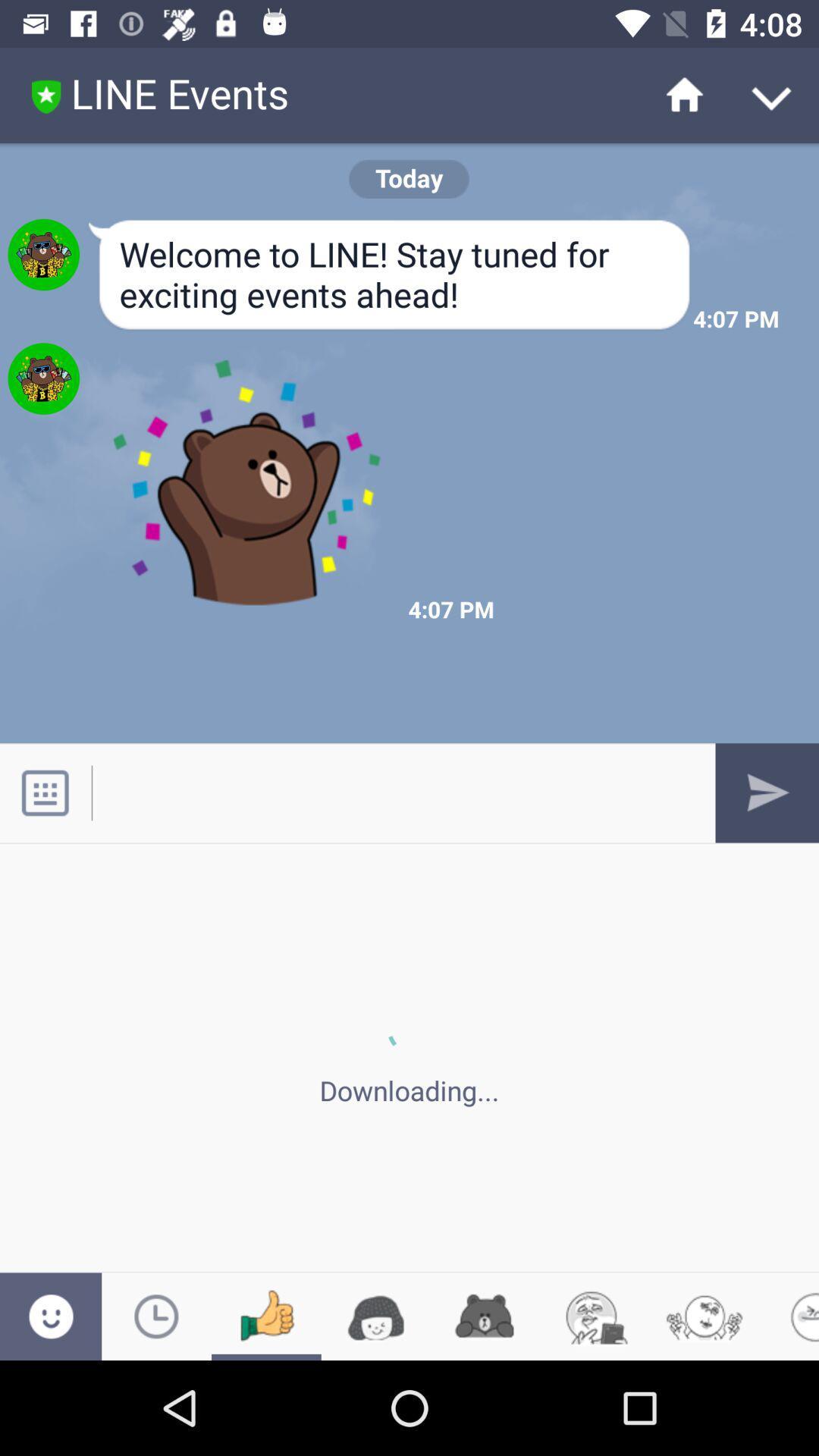 The height and width of the screenshot is (1456, 819). What do you see at coordinates (595, 1316) in the screenshot?
I see `sixth icon from bottom left` at bounding box center [595, 1316].